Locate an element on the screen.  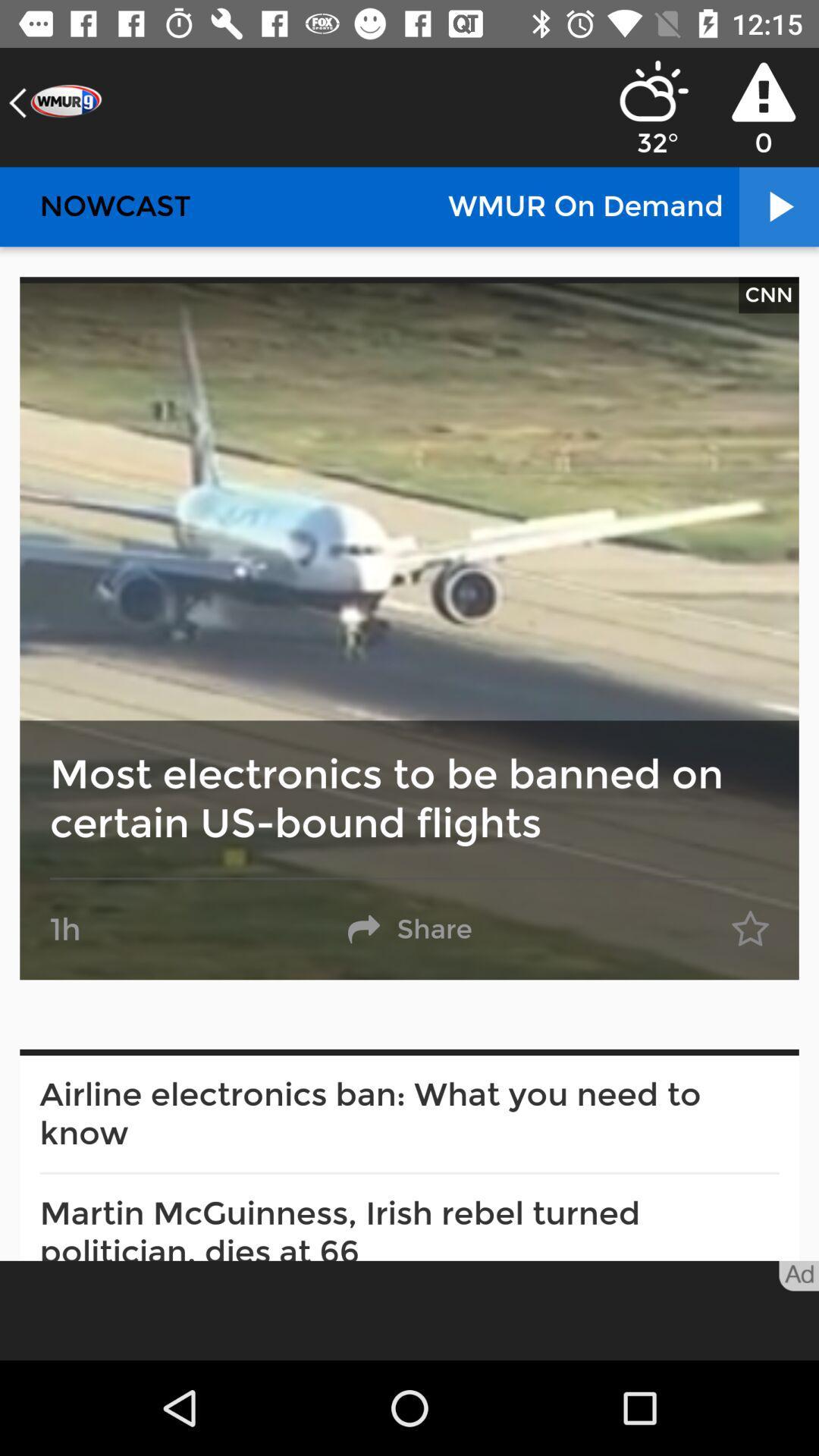
the next page icon is located at coordinates (778, 206).